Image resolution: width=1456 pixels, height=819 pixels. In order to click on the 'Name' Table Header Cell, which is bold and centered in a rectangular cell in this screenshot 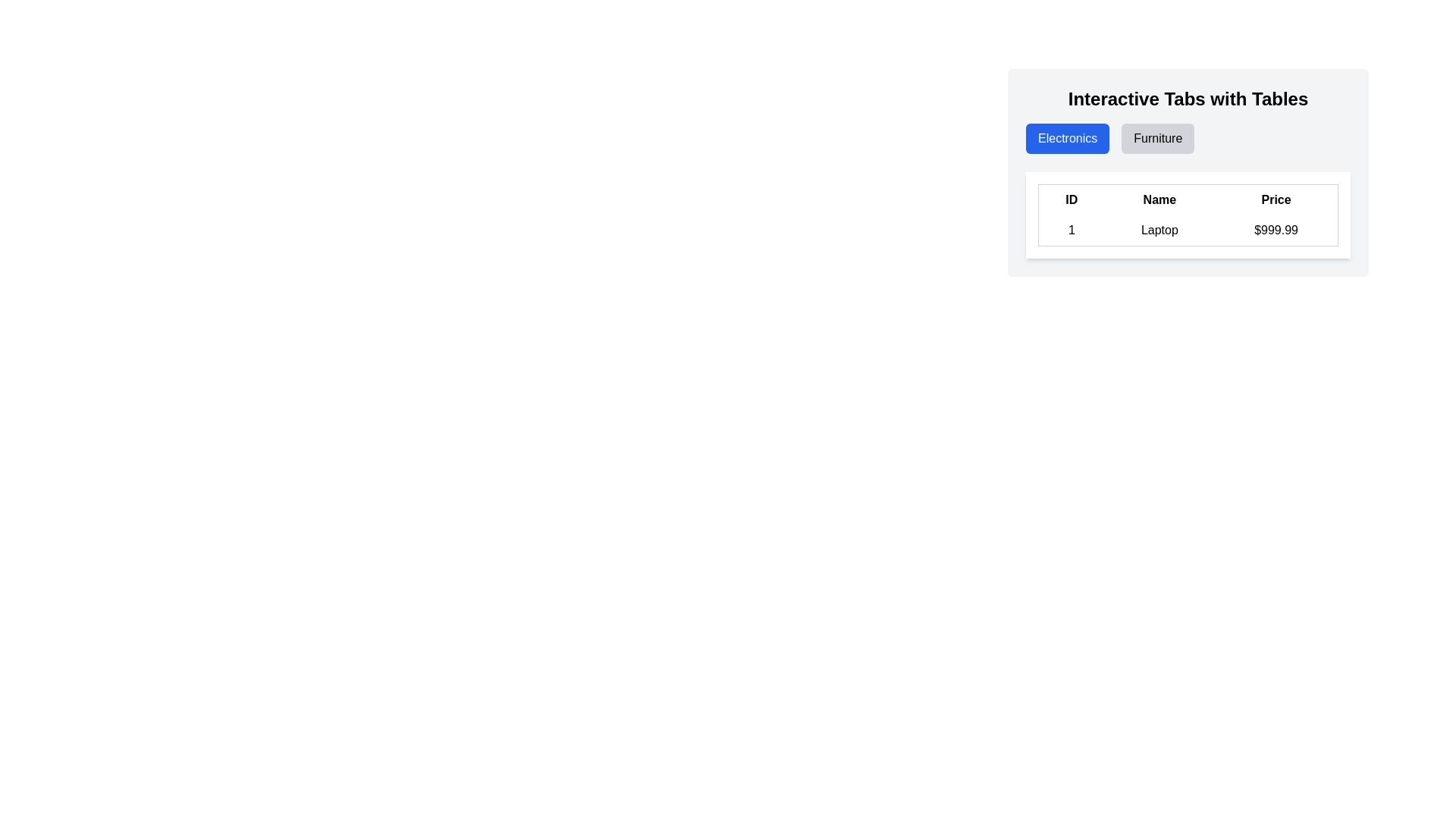, I will do `click(1159, 199)`.